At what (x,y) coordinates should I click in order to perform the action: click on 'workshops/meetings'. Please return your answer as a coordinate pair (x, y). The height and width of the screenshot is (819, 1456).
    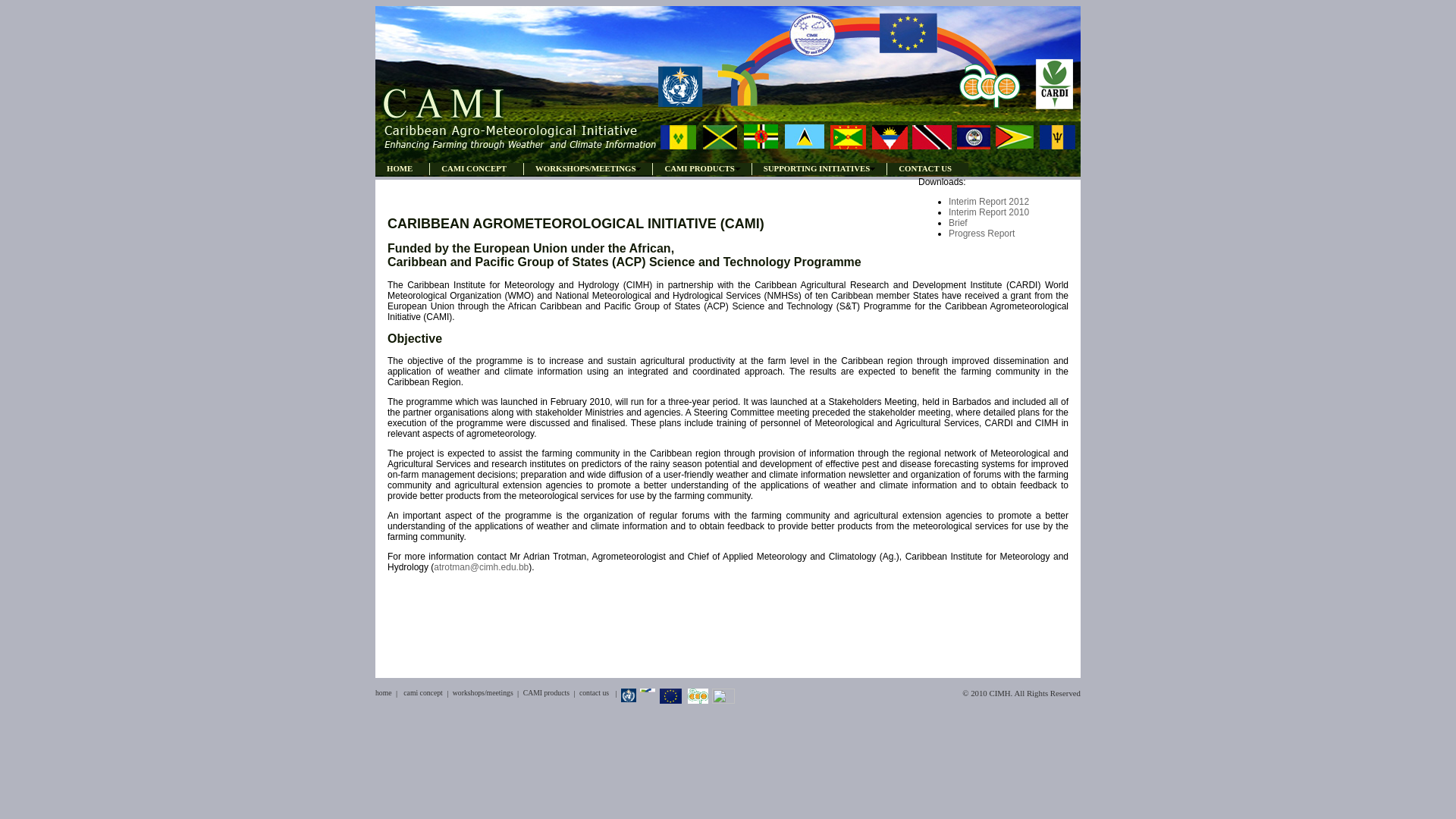
    Looking at the image, I should click on (482, 692).